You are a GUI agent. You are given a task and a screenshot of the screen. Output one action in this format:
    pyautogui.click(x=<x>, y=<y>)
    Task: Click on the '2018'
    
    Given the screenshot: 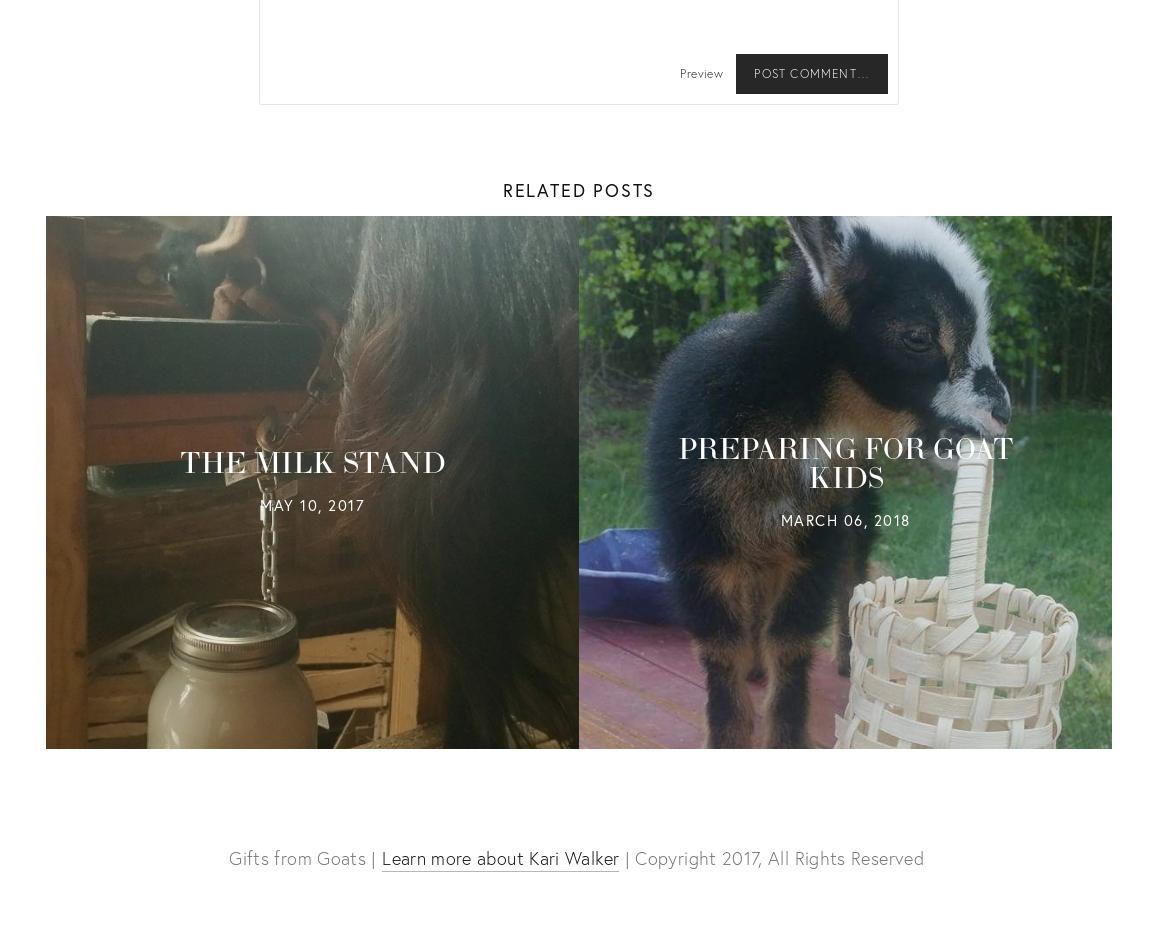 What is the action you would take?
    pyautogui.click(x=891, y=517)
    